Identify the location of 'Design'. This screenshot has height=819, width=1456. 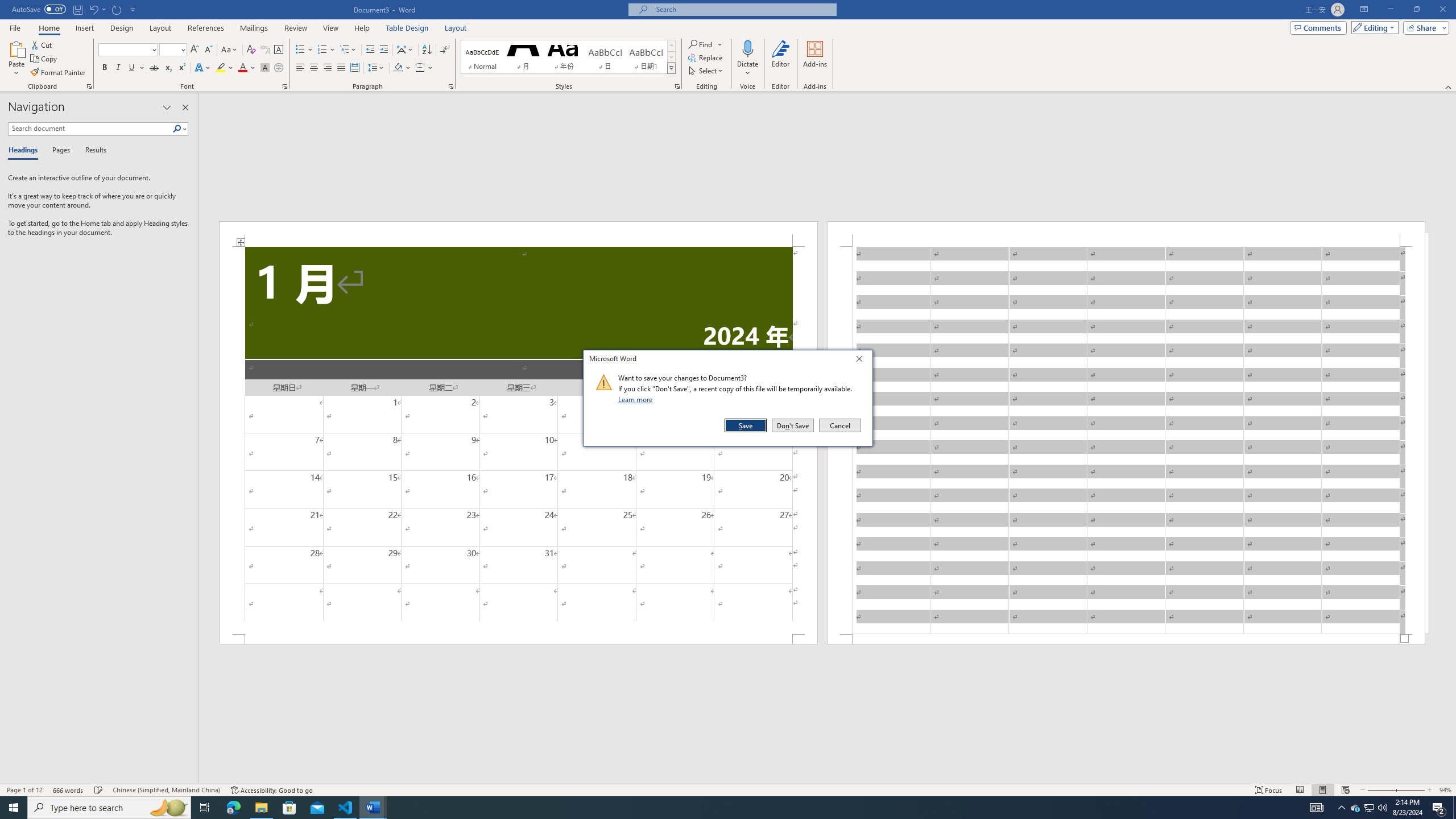
(122, 28).